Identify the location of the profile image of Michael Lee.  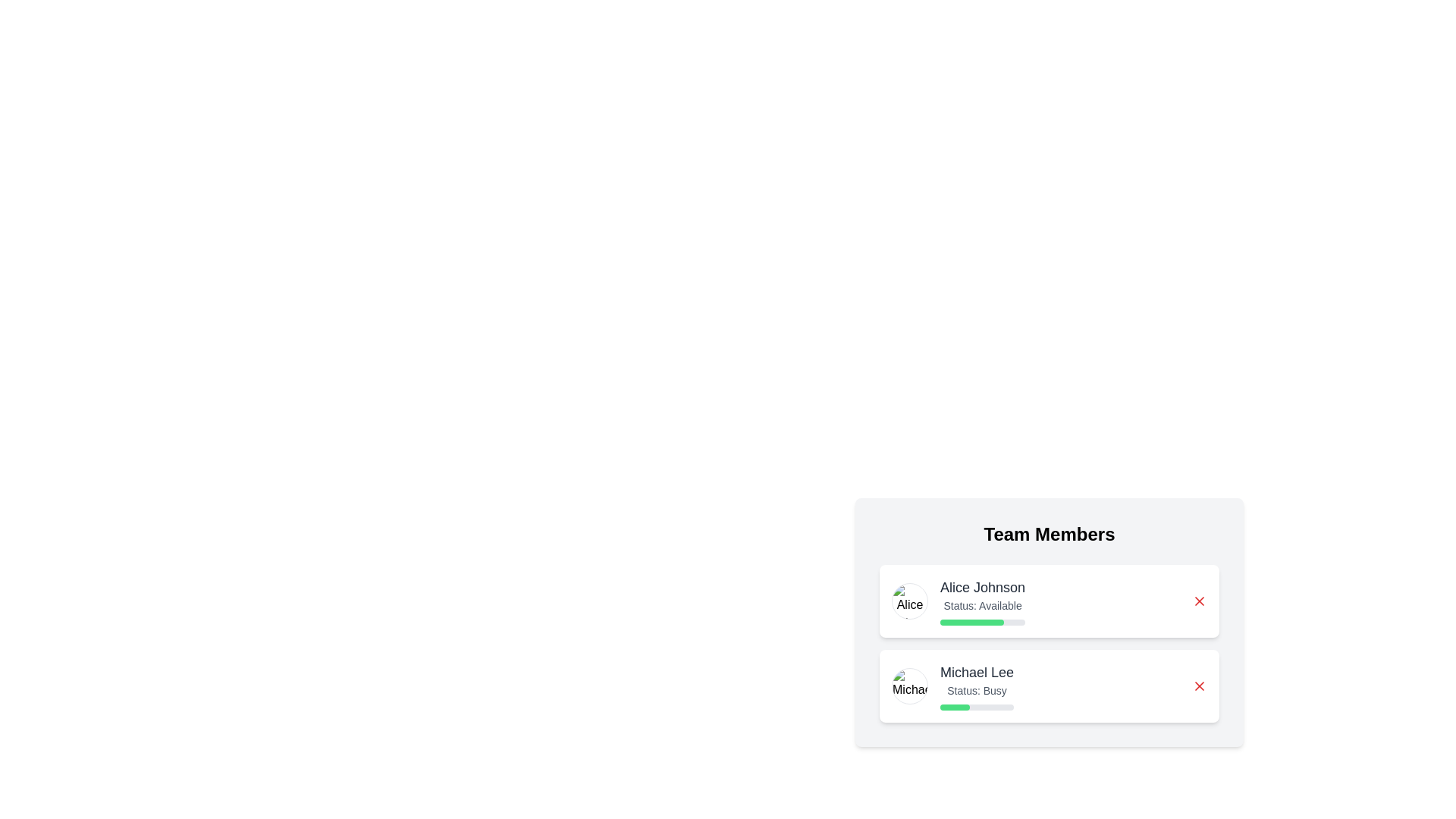
(910, 686).